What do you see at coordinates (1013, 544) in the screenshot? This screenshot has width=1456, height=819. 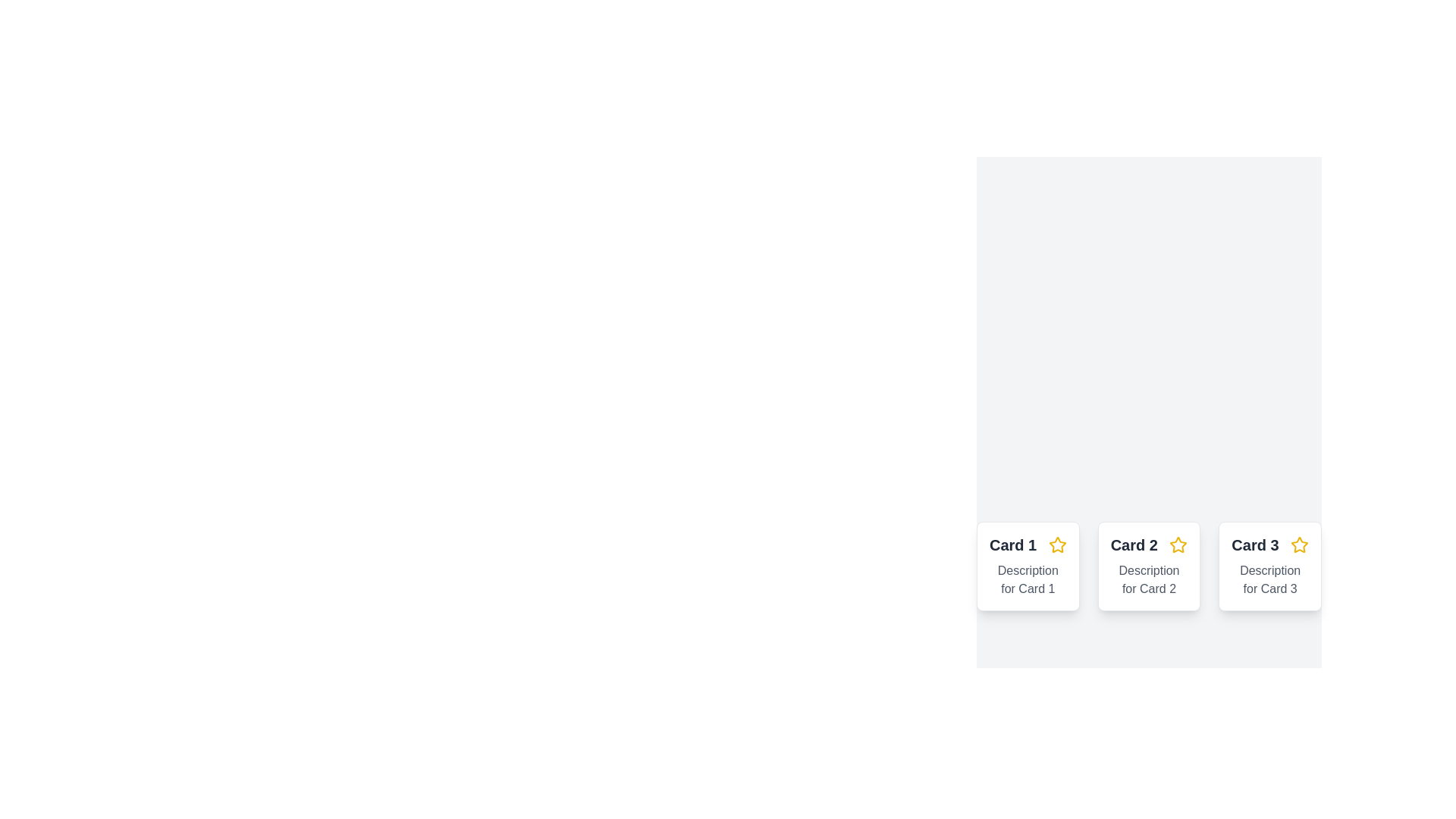 I see `the text label displaying 'Card 1', which is bold and prominently styled within a card interface` at bounding box center [1013, 544].